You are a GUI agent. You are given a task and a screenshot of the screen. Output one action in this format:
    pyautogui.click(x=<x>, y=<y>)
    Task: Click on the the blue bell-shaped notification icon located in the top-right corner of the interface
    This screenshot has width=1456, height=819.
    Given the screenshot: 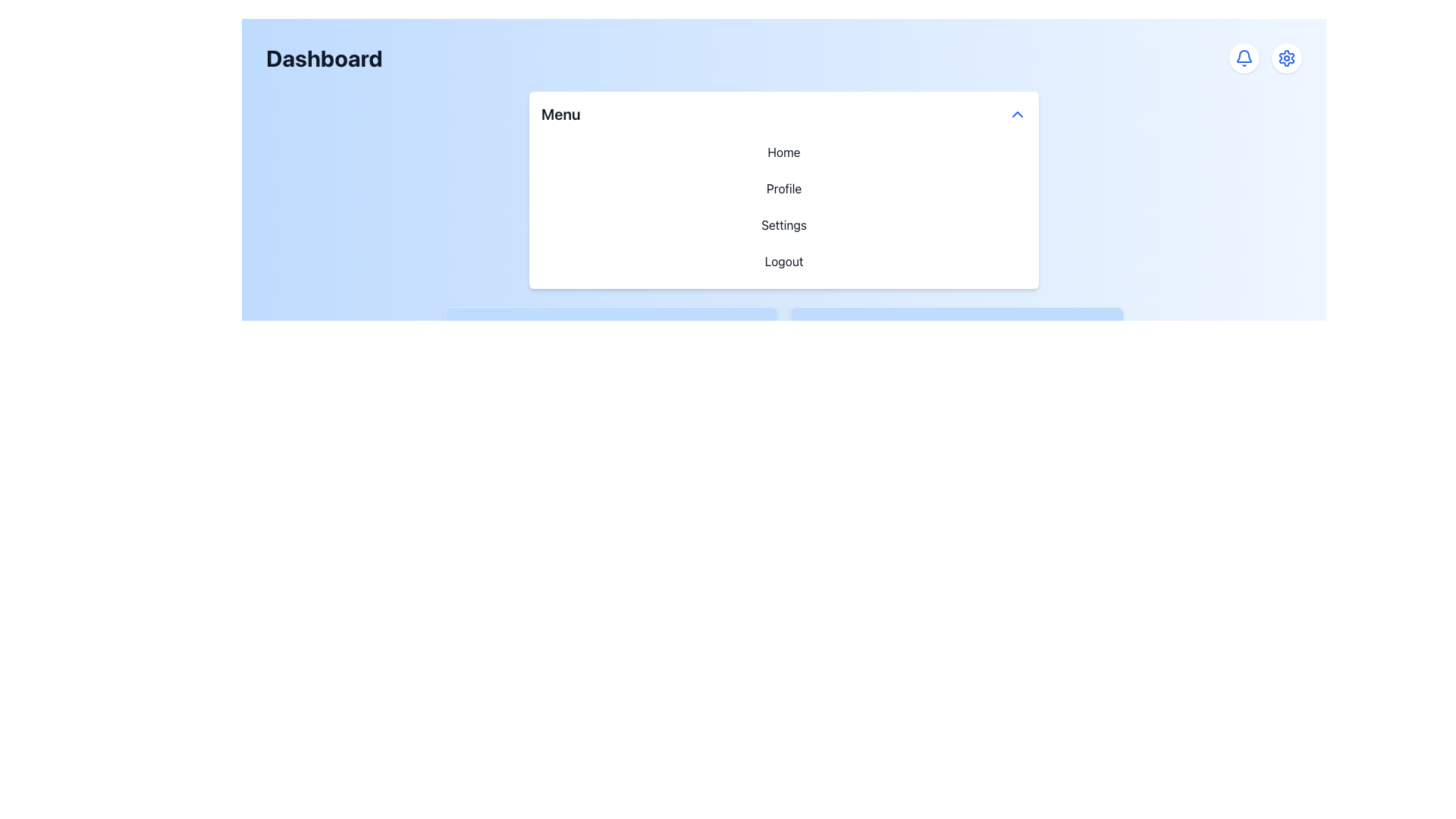 What is the action you would take?
    pyautogui.click(x=1244, y=58)
    